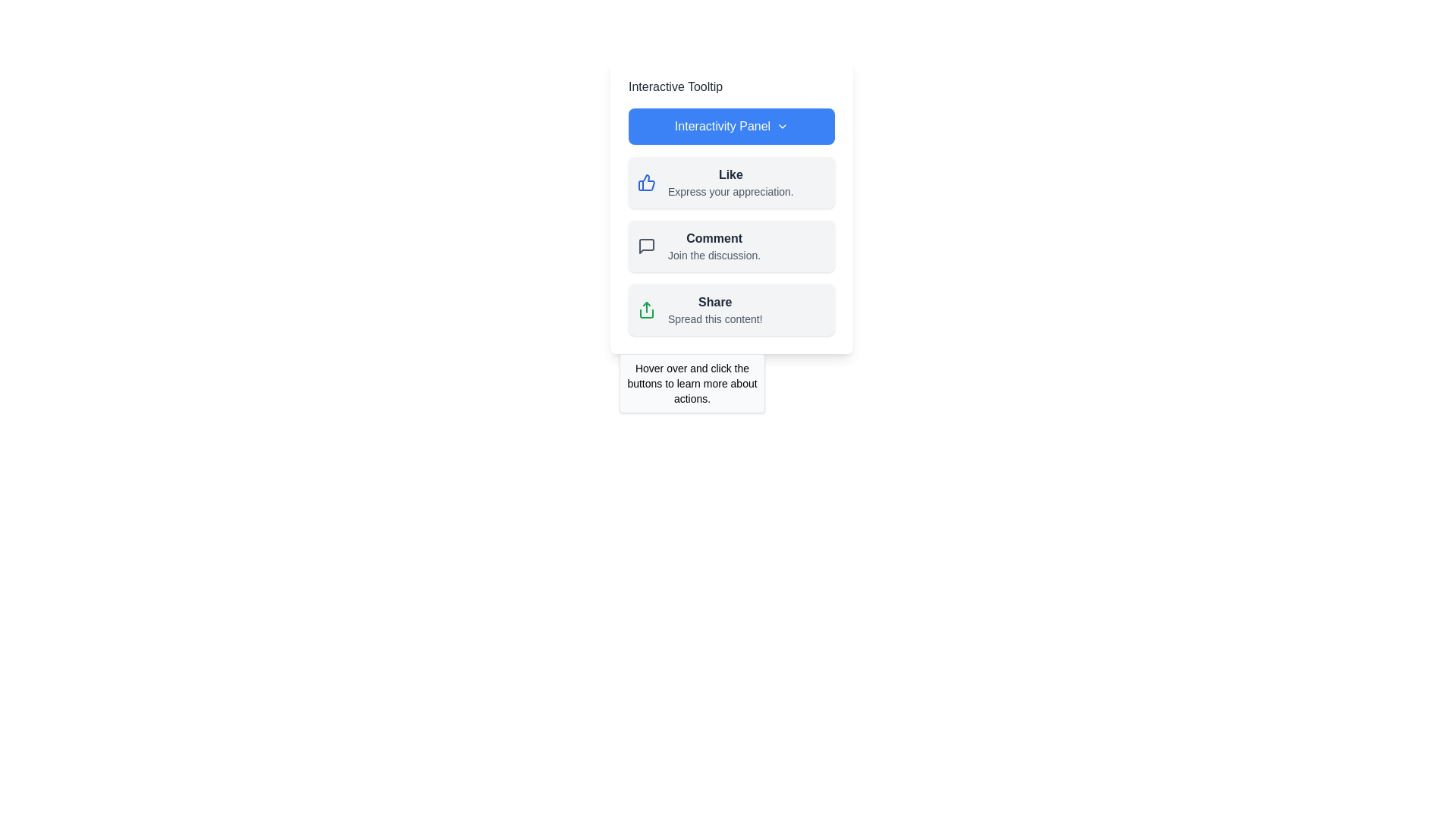 The height and width of the screenshot is (819, 1456). Describe the element at coordinates (675, 87) in the screenshot. I see `the text label displaying 'Interactive Tooltip' which is styled in medium-weight gray (#333333) and located at the top of the interactivity section panel` at that location.